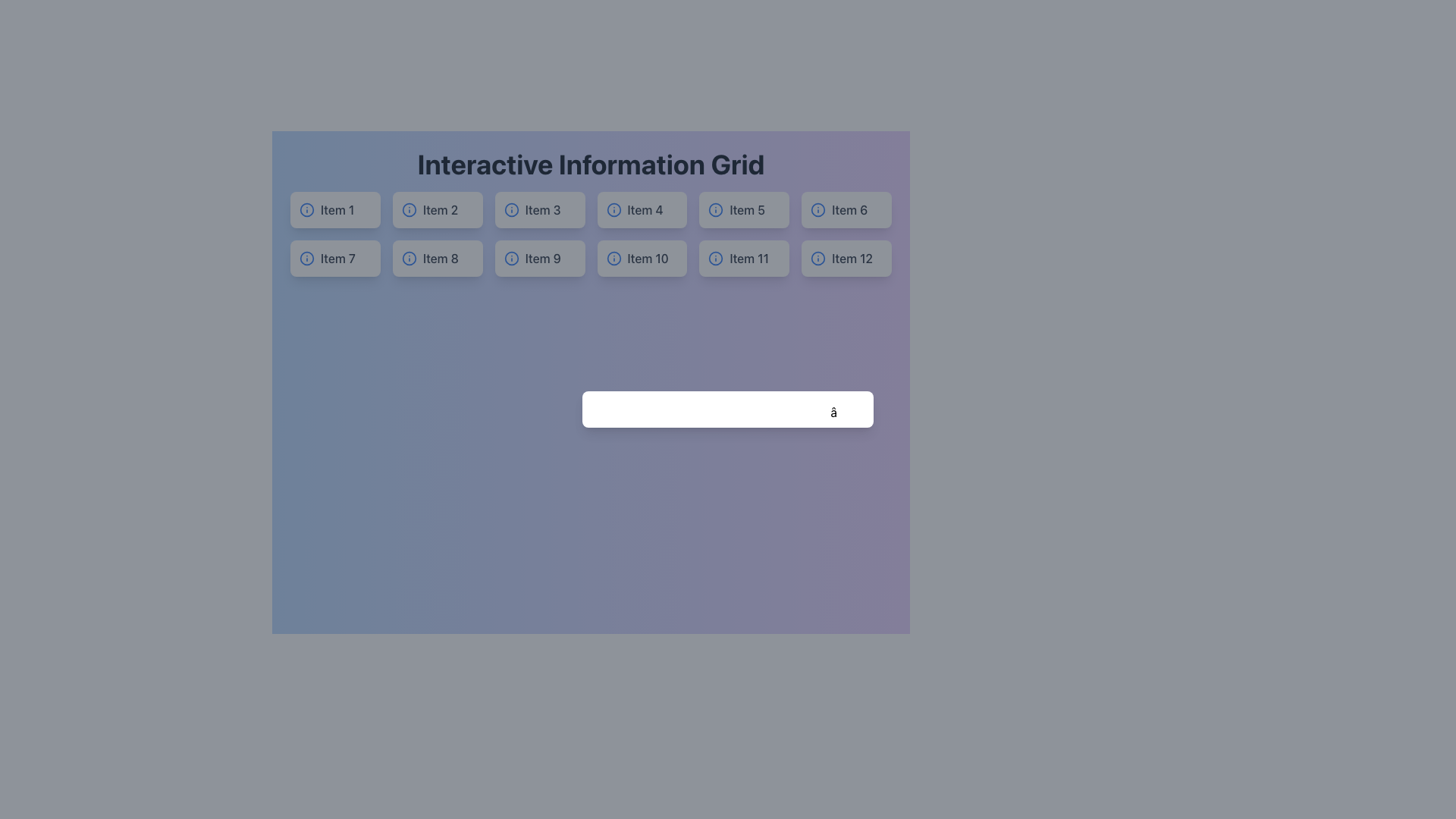 The height and width of the screenshot is (819, 1456). What do you see at coordinates (747, 210) in the screenshot?
I see `the text label or button labeled 'Item 5', which is styled with a medium gray sans-serif font and is part of a rounded rectangular button, located in the upper-right sector of the application` at bounding box center [747, 210].